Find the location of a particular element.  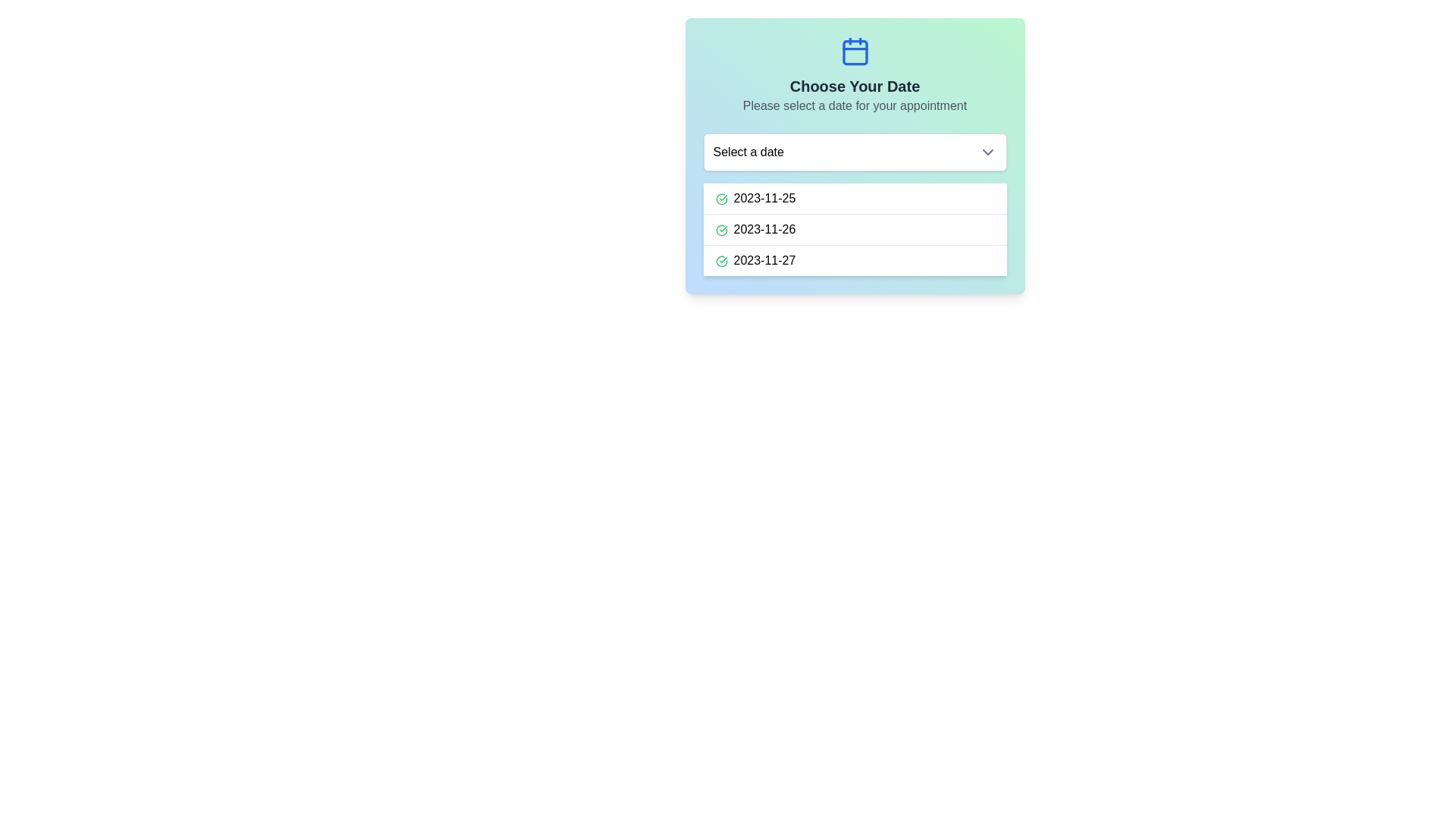

circular green checkmark icon located to the left of the text '2023-11-25' in the date selection interface for additional information is located at coordinates (720, 198).